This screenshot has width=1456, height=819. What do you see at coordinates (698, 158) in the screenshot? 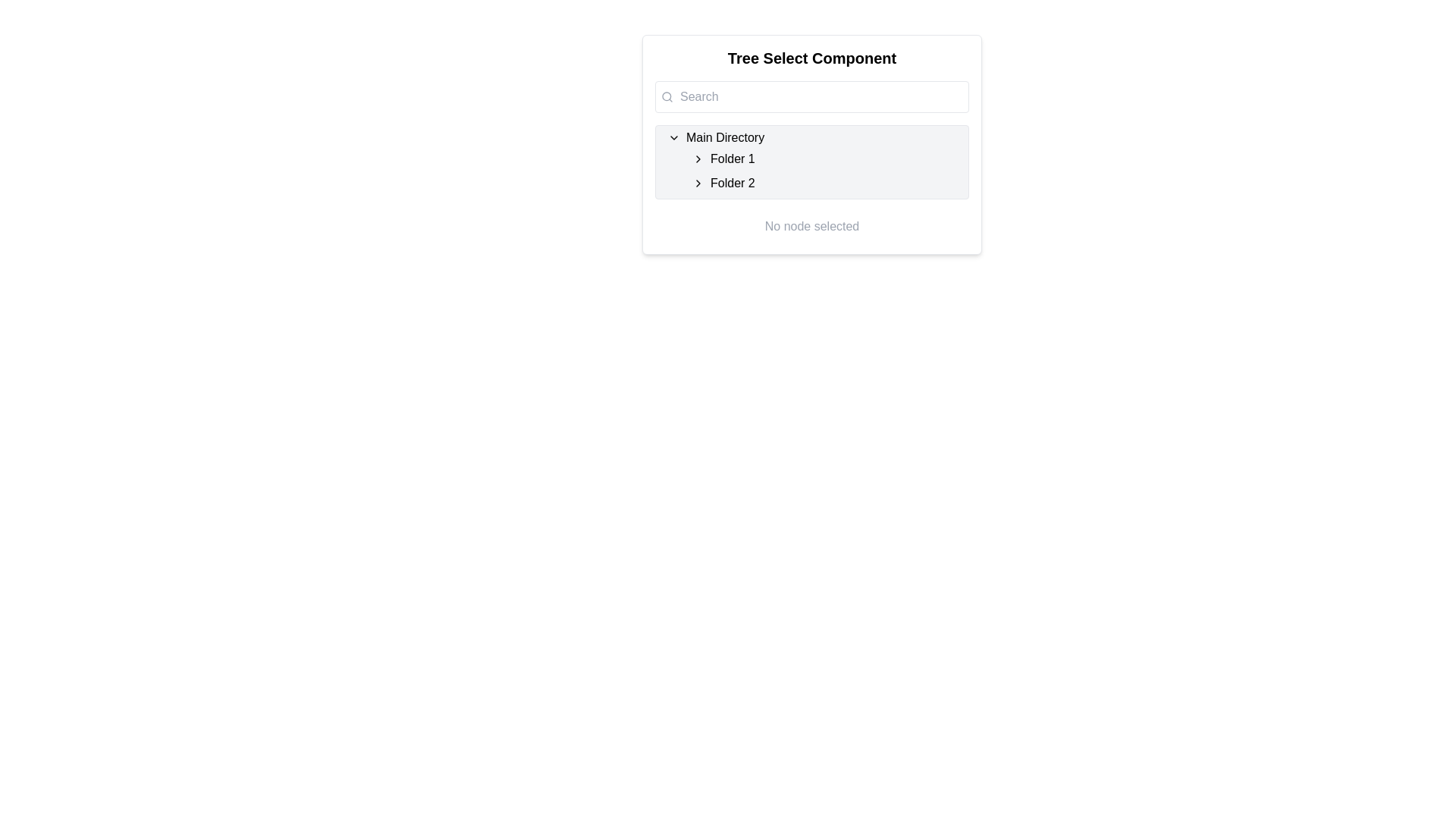
I see `the Chevron icon toggle button for 'Folder 1'` at bounding box center [698, 158].